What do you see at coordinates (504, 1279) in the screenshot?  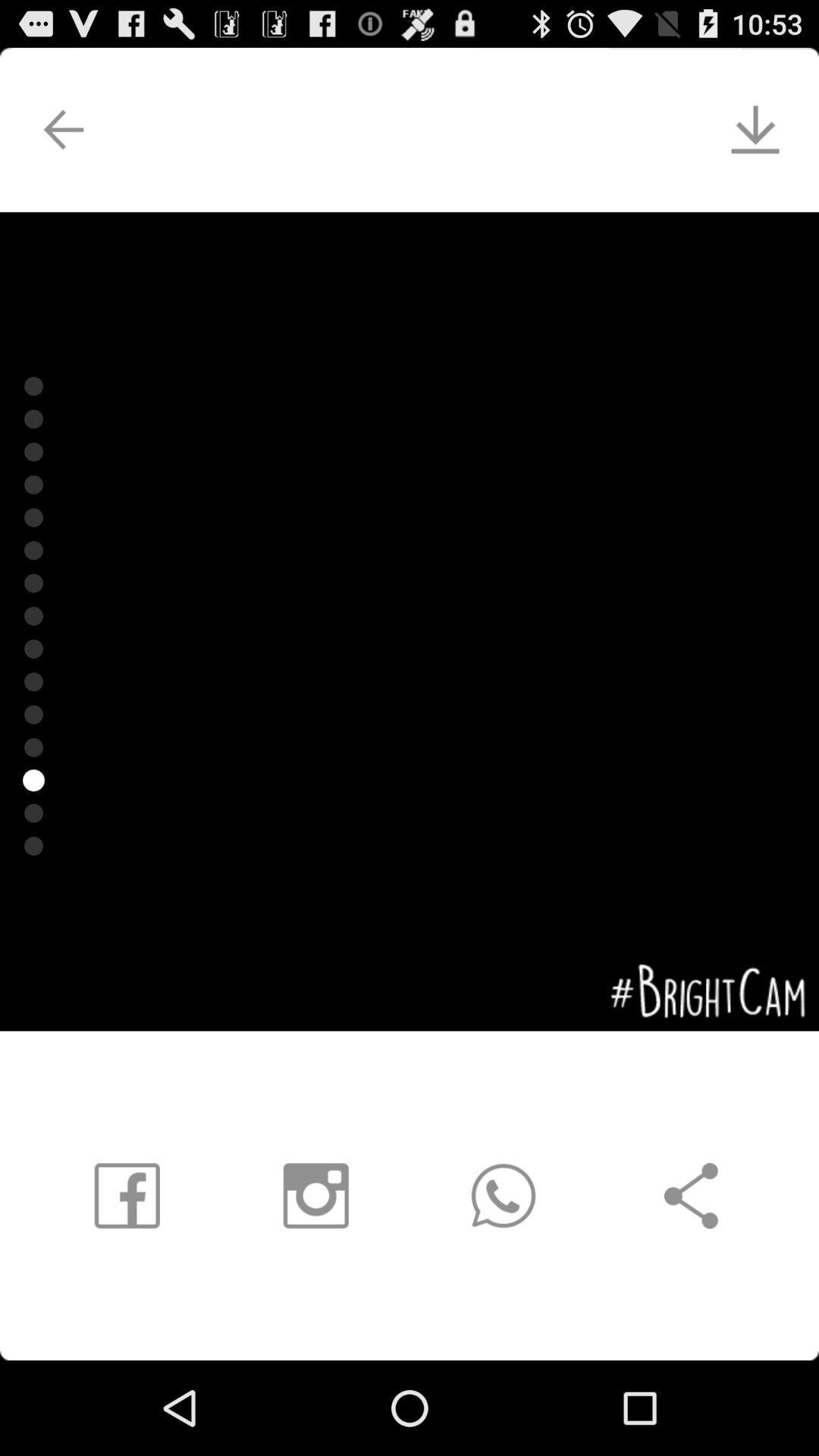 I see `the call icon` at bounding box center [504, 1279].